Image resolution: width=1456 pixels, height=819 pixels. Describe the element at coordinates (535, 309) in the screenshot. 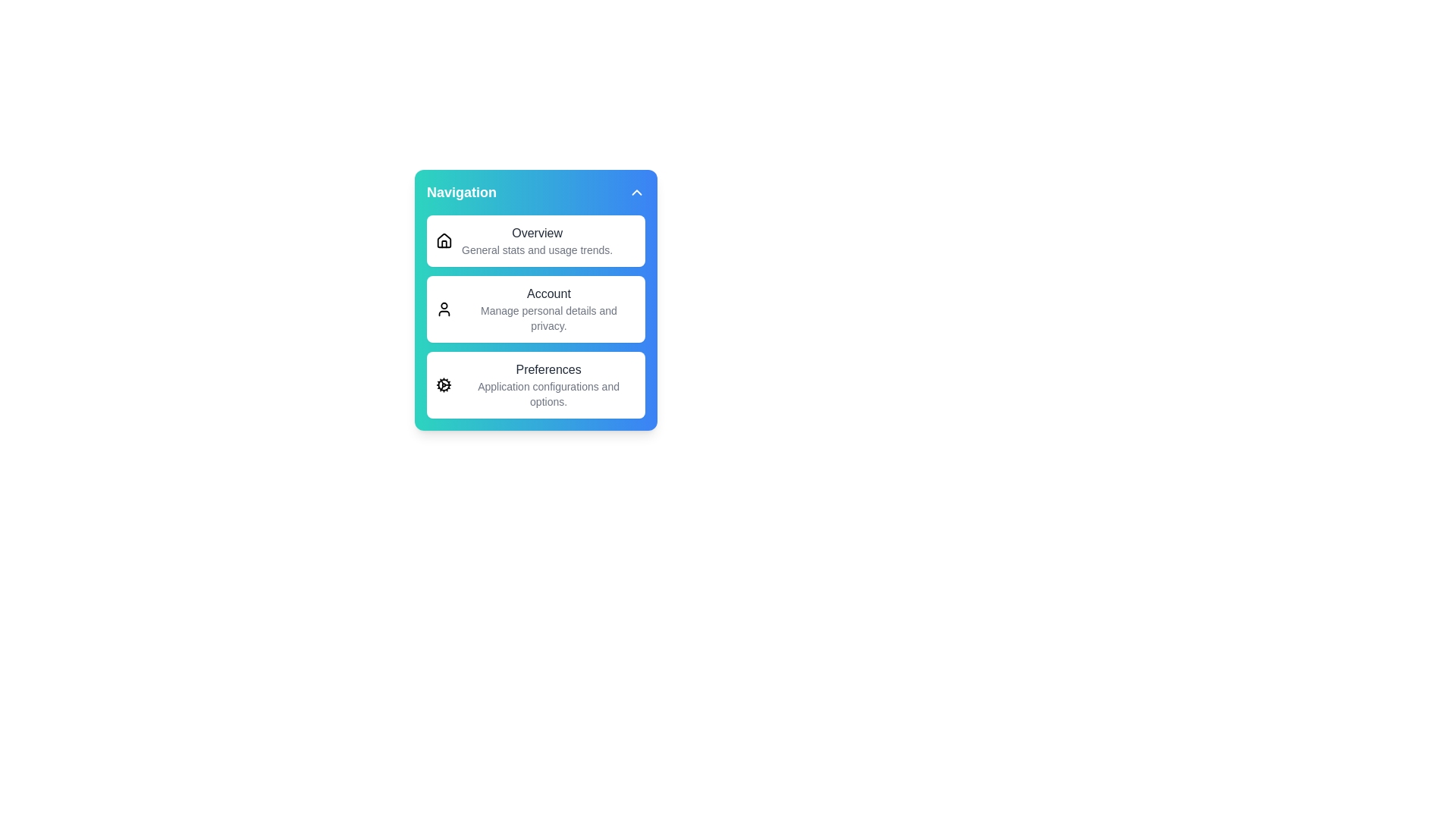

I see `the menu item labeled Account` at that location.